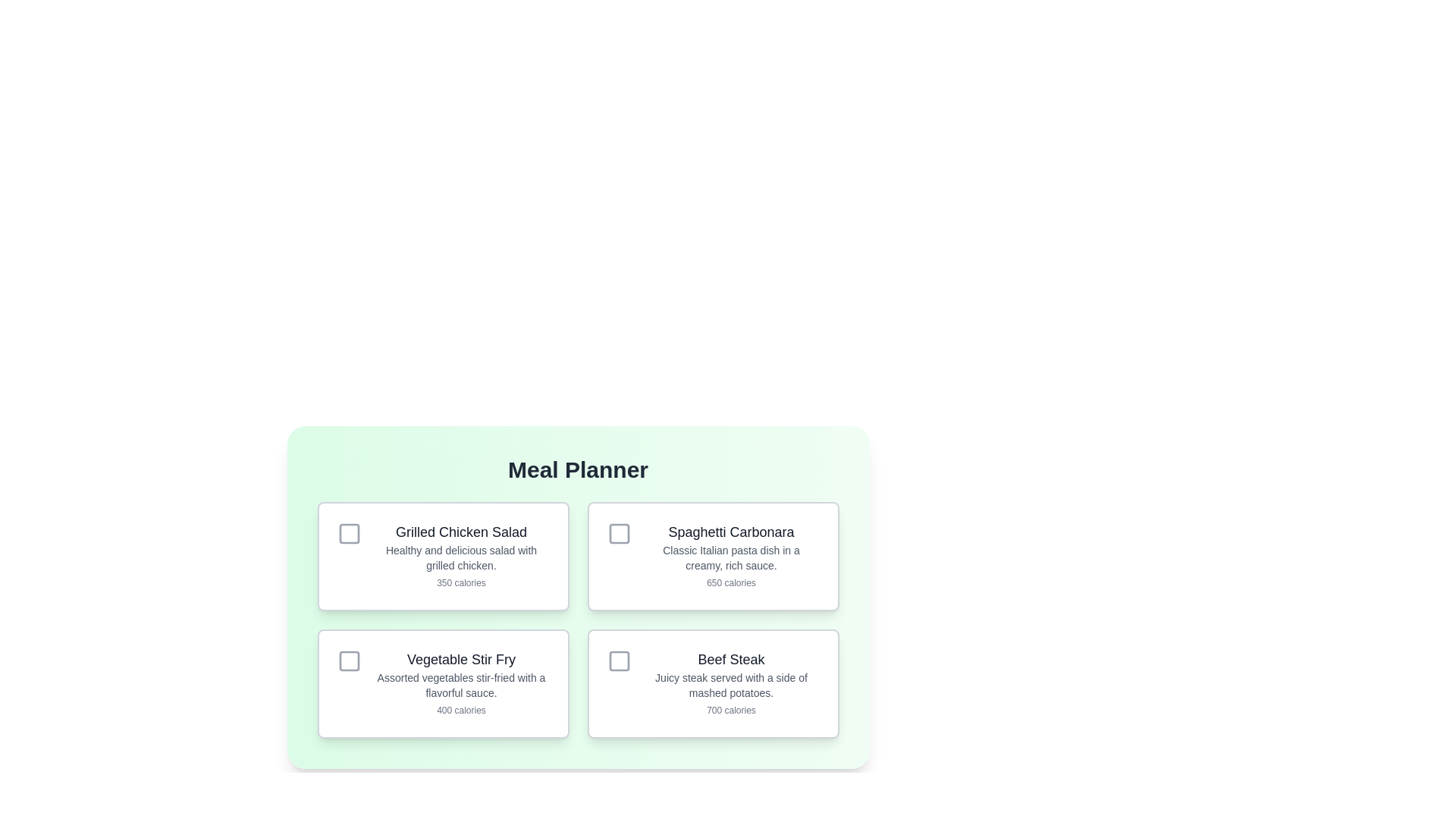  Describe the element at coordinates (348, 533) in the screenshot. I see `the checkbox styled in light gray, located in the top-left corner of the card containing 'Grilled Chicken Salad'` at that location.